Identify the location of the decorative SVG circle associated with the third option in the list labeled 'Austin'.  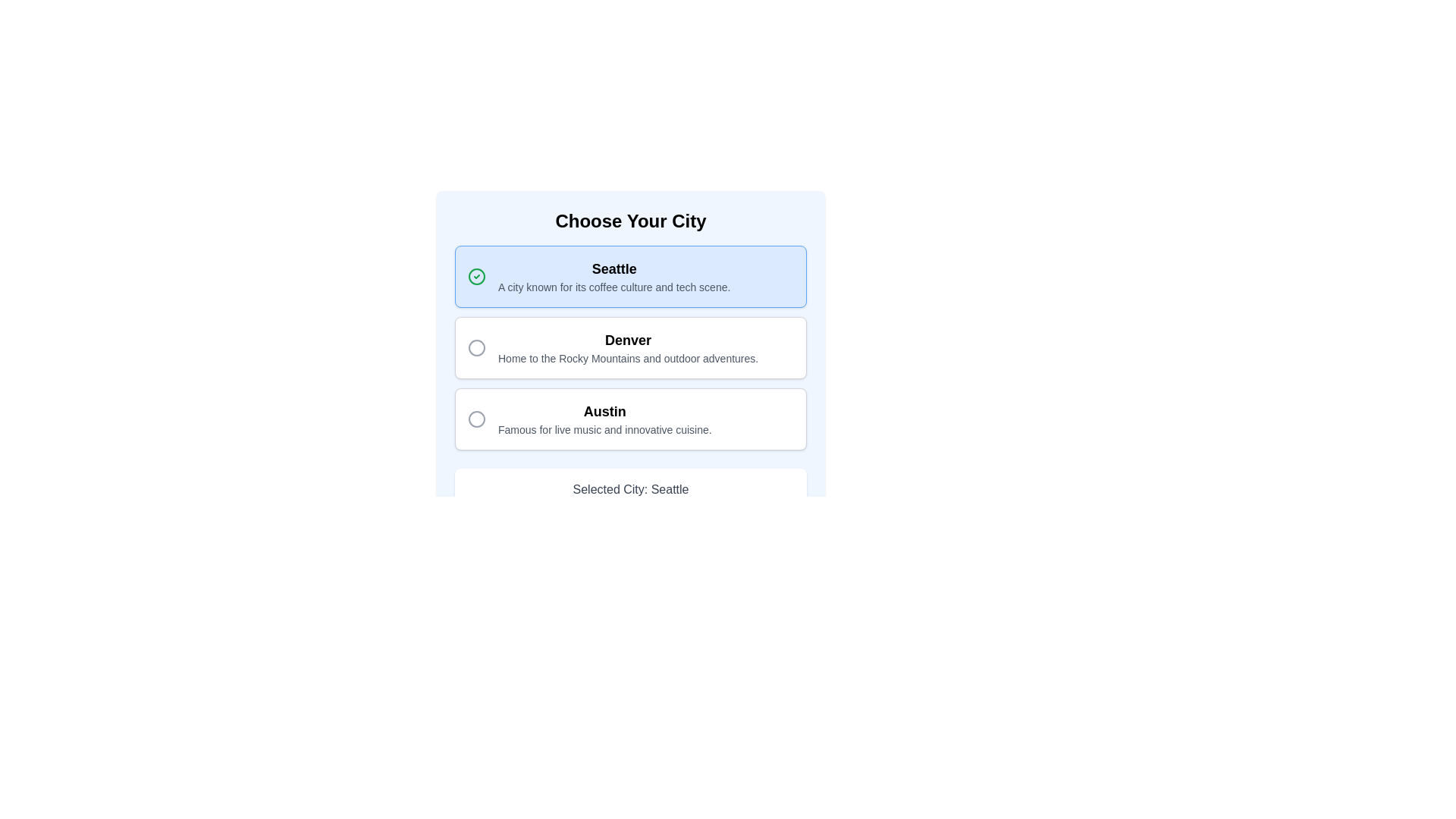
(475, 419).